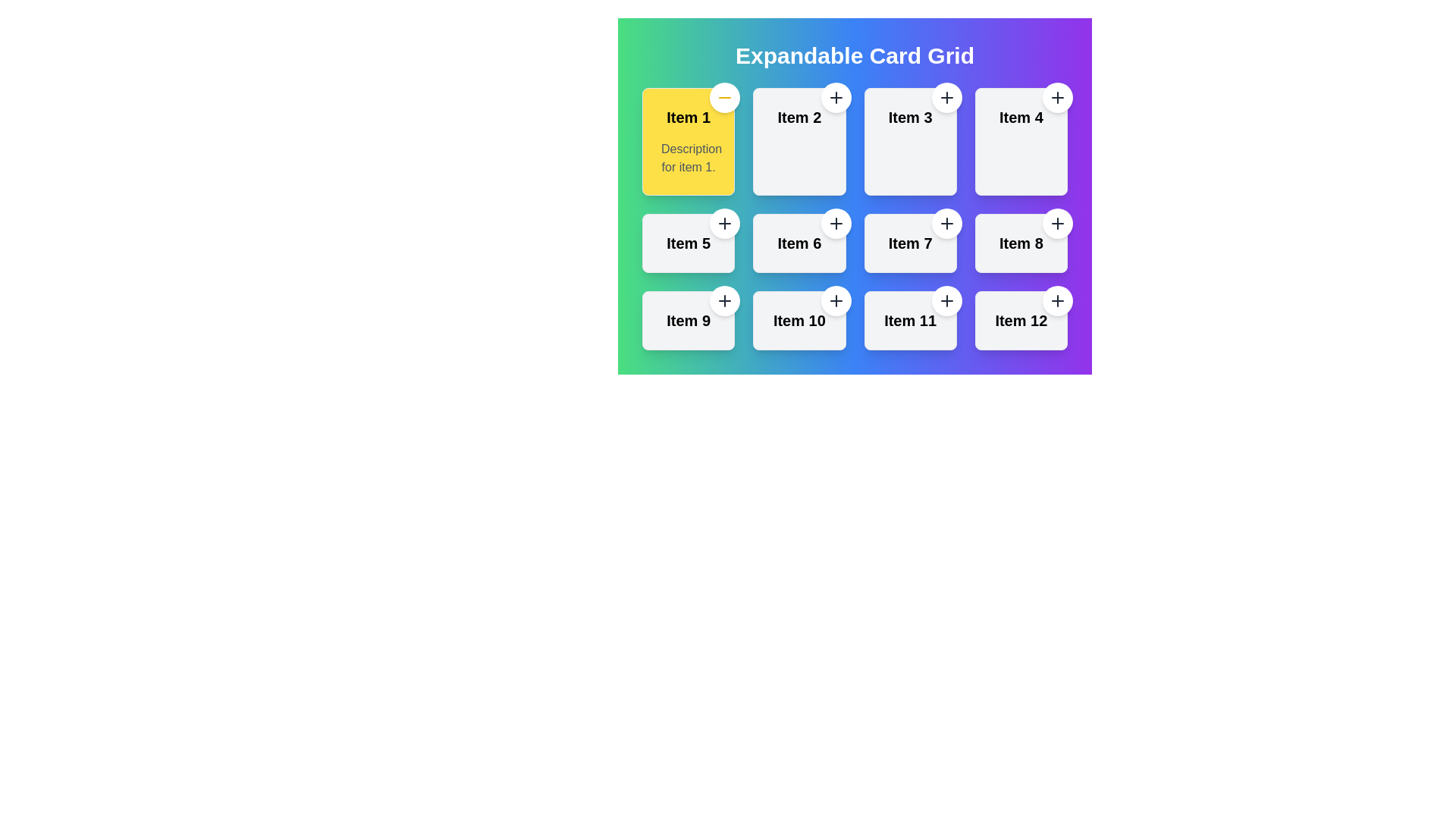 This screenshot has height=819, width=1456. What do you see at coordinates (688, 116) in the screenshot?
I see `the text label element that reads 'Item 1', which is displayed in a bold font on a yellow background card with rounded corners` at bounding box center [688, 116].